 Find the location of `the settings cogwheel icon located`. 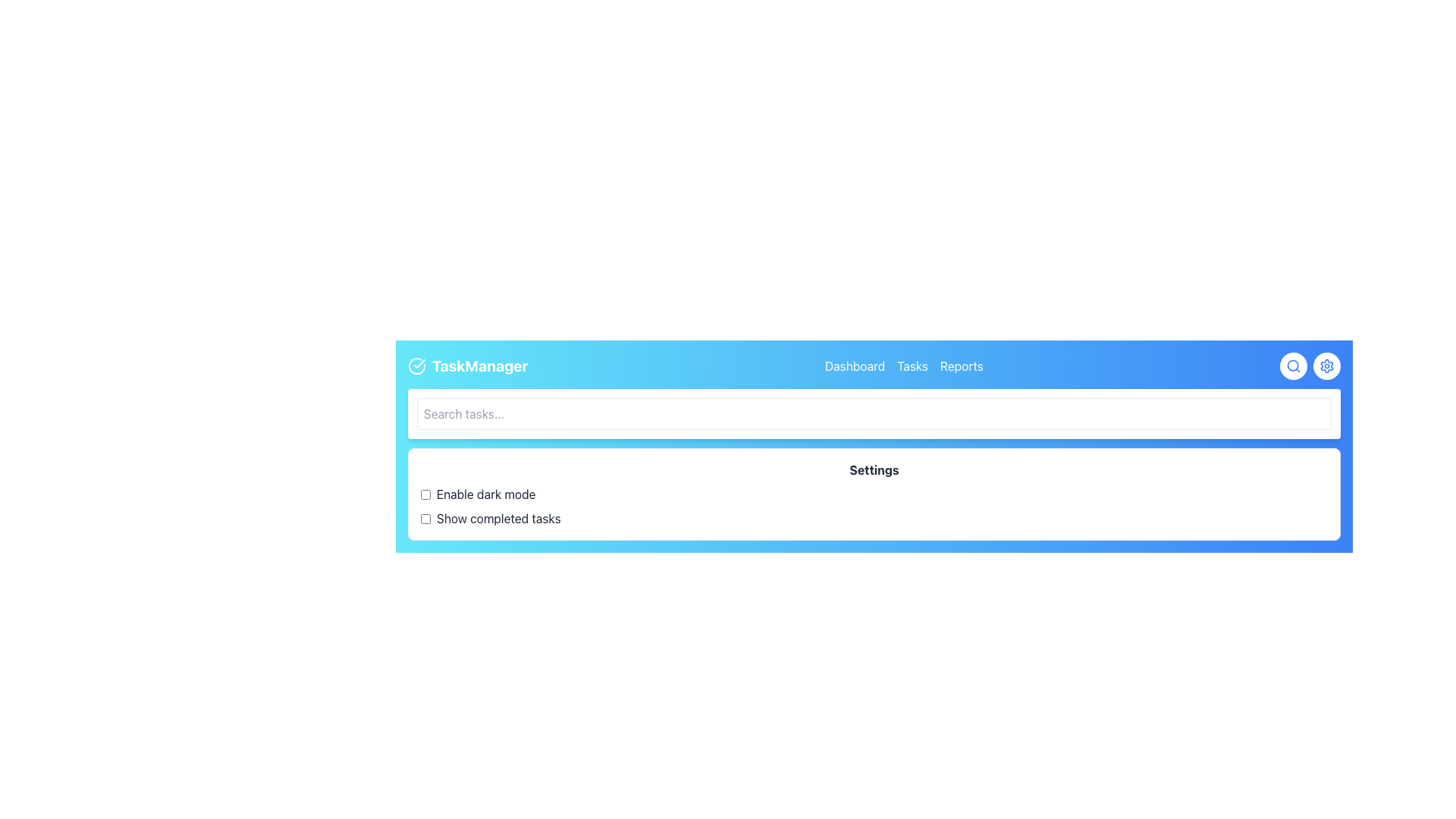

the settings cogwheel icon located is located at coordinates (1326, 366).